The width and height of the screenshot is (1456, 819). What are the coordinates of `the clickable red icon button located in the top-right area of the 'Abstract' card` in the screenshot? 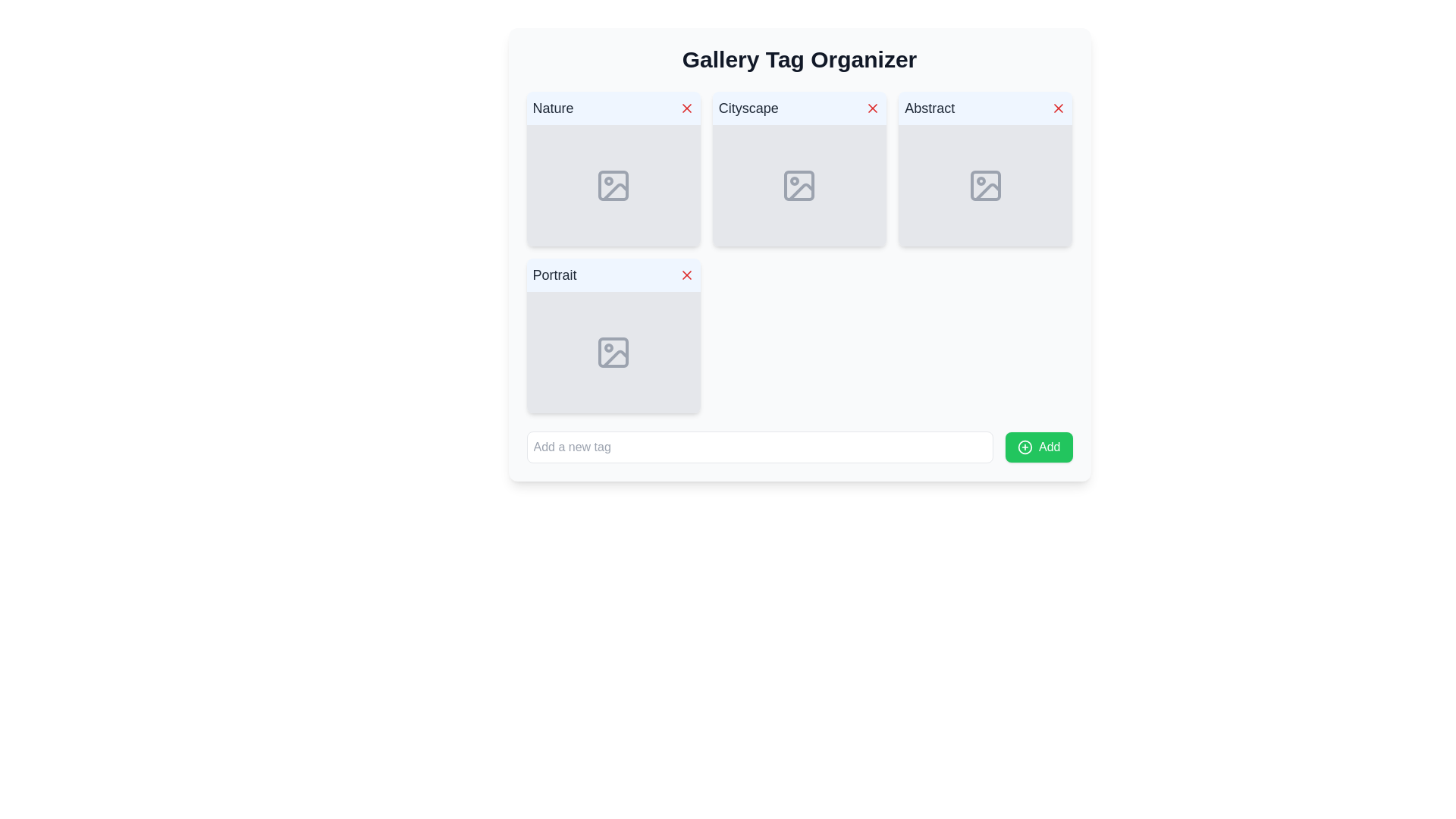 It's located at (1058, 107).